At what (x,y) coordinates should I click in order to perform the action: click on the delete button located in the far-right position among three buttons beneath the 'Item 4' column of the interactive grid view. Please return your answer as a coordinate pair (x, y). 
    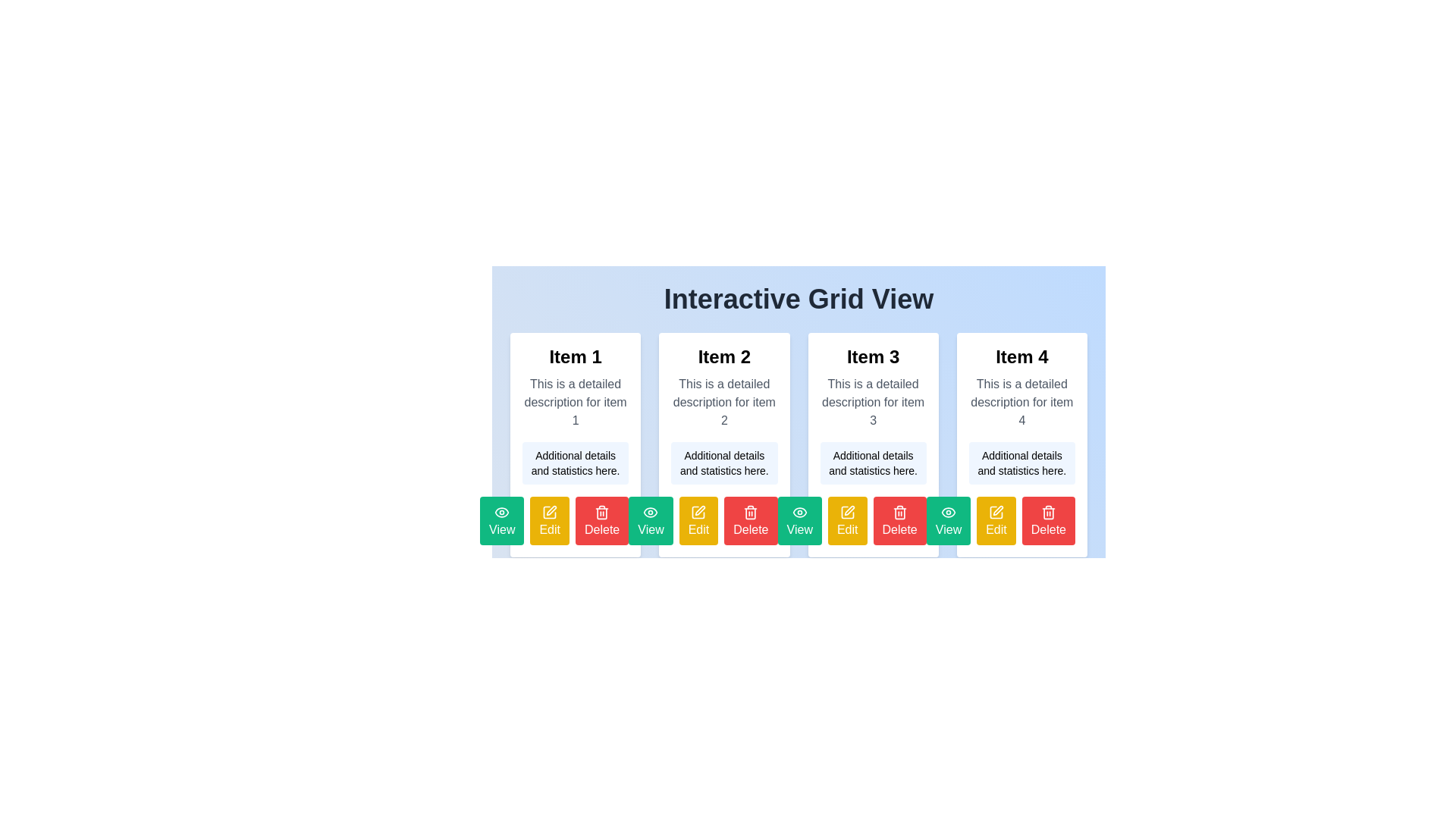
    Looking at the image, I should click on (601, 763).